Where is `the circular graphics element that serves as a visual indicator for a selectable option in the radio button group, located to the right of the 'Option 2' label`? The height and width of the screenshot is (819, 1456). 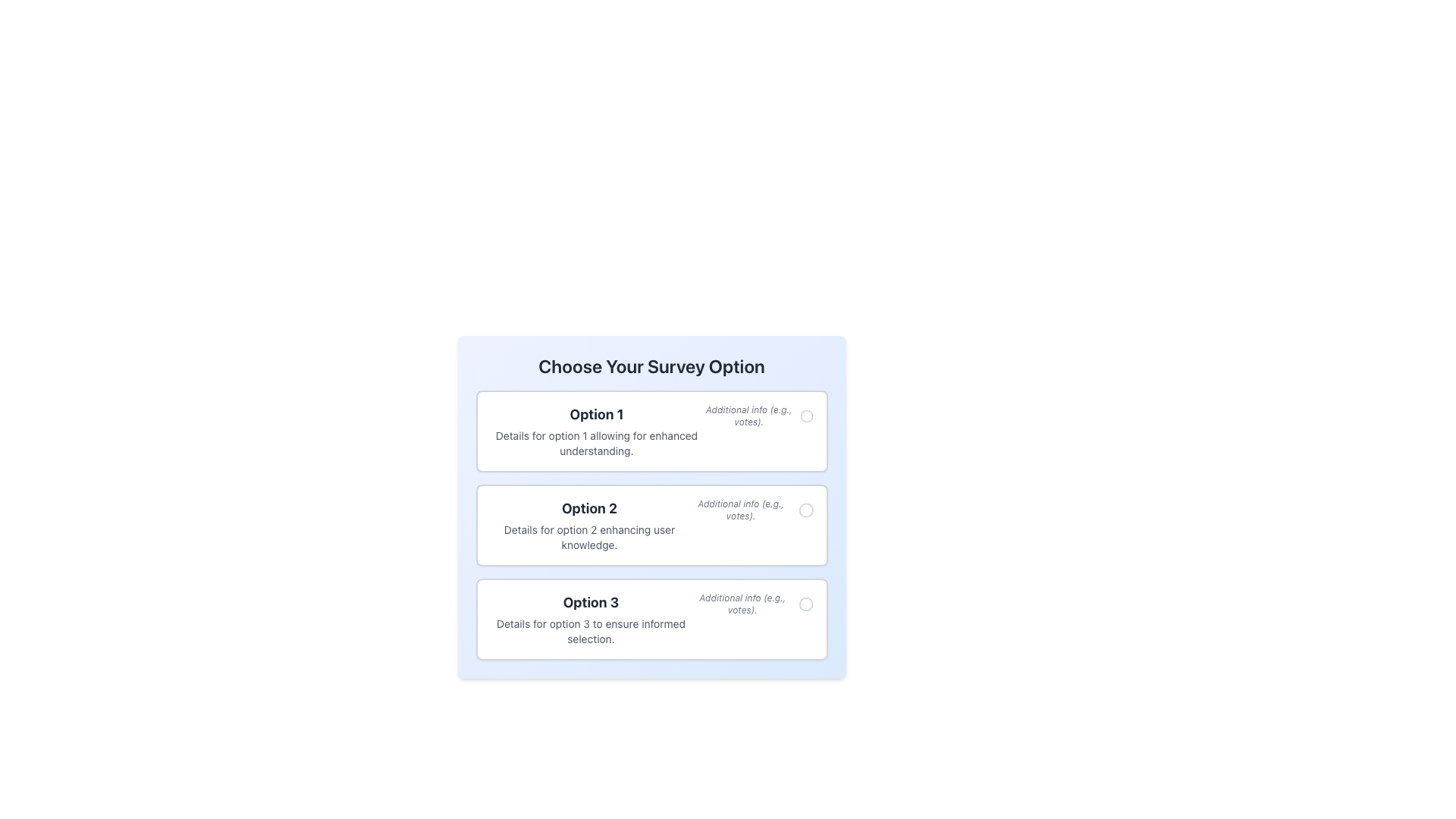 the circular graphics element that serves as a visual indicator for a selectable option in the radio button group, located to the right of the 'Option 2' label is located at coordinates (805, 510).